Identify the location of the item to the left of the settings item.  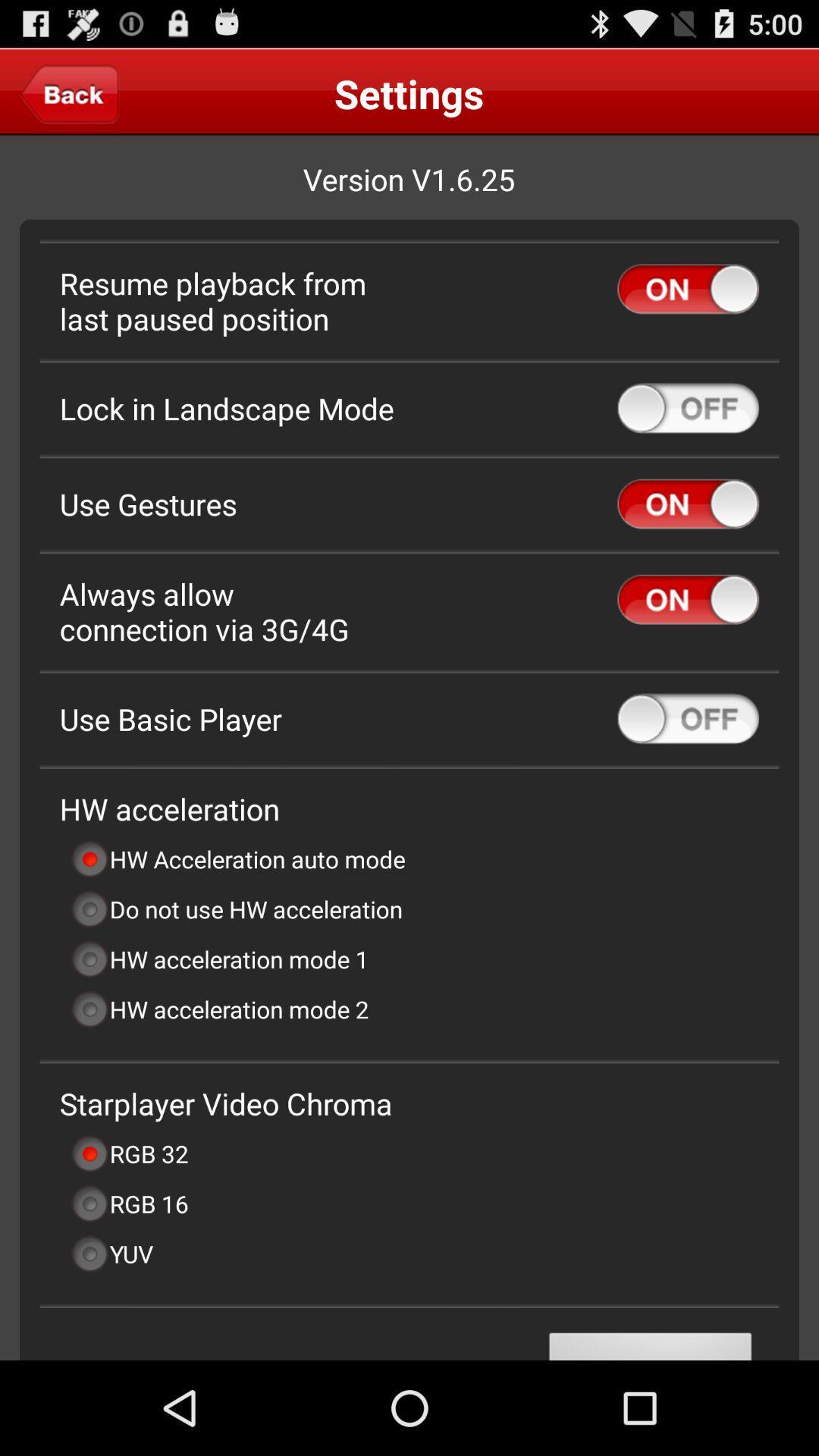
(69, 93).